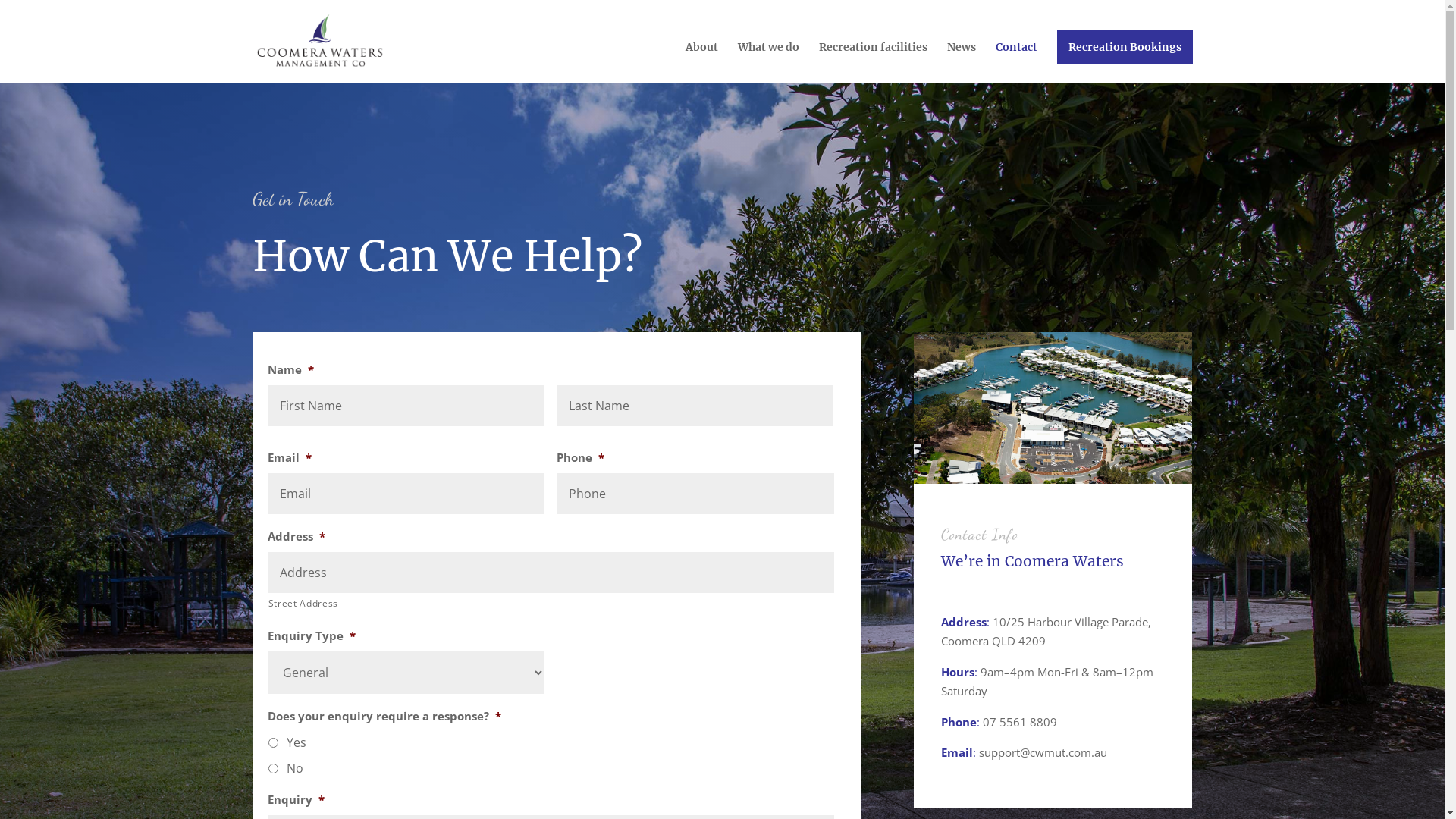 The height and width of the screenshot is (819, 1456). I want to click on 'News', so click(960, 61).